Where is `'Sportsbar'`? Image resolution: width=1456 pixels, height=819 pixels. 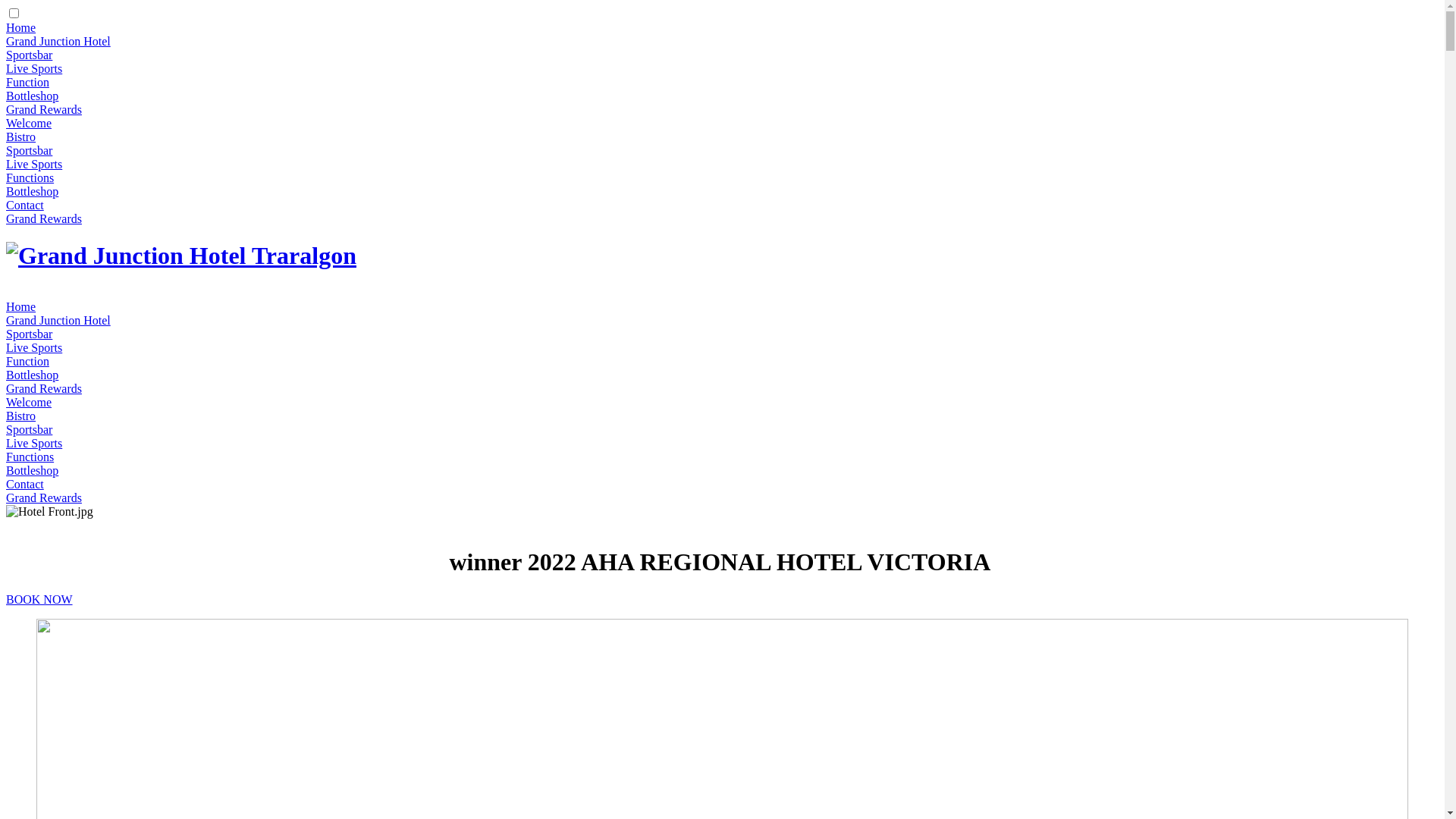
'Sportsbar' is located at coordinates (29, 429).